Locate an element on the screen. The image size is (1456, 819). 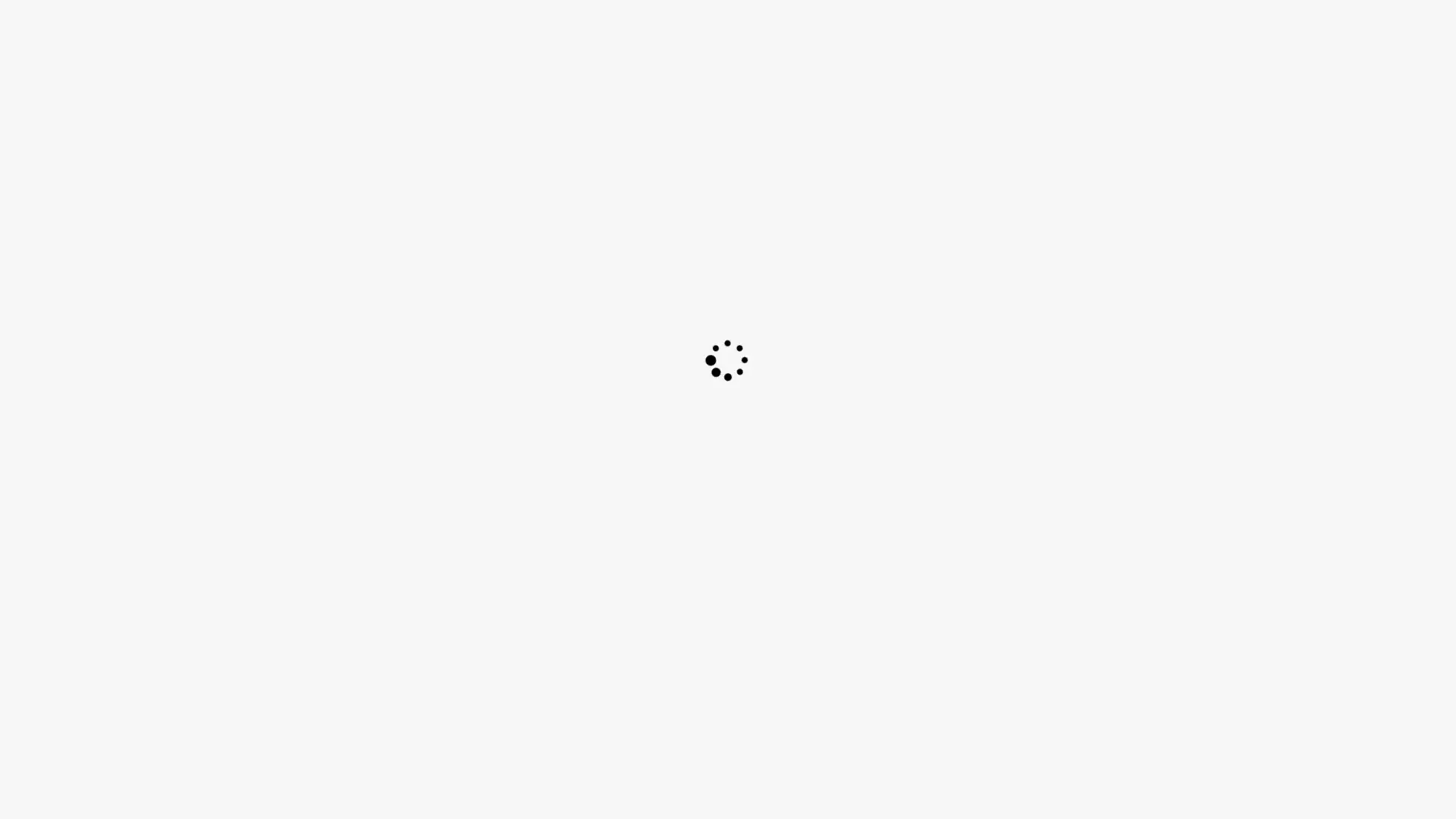
Login with Facebook is located at coordinates (872, 27).